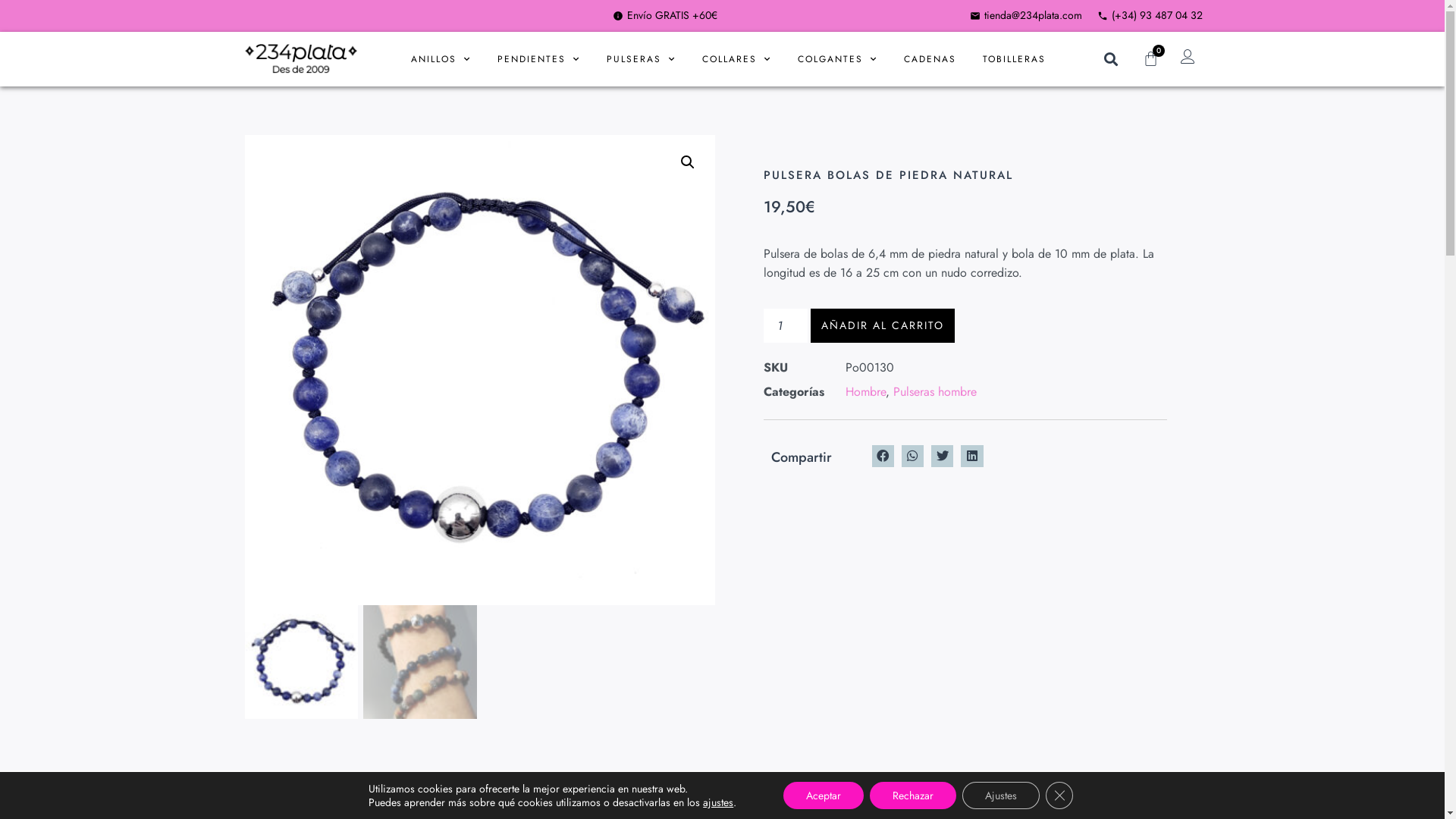 This screenshot has width=1456, height=819. What do you see at coordinates (717, 801) in the screenshot?
I see `'ajustes'` at bounding box center [717, 801].